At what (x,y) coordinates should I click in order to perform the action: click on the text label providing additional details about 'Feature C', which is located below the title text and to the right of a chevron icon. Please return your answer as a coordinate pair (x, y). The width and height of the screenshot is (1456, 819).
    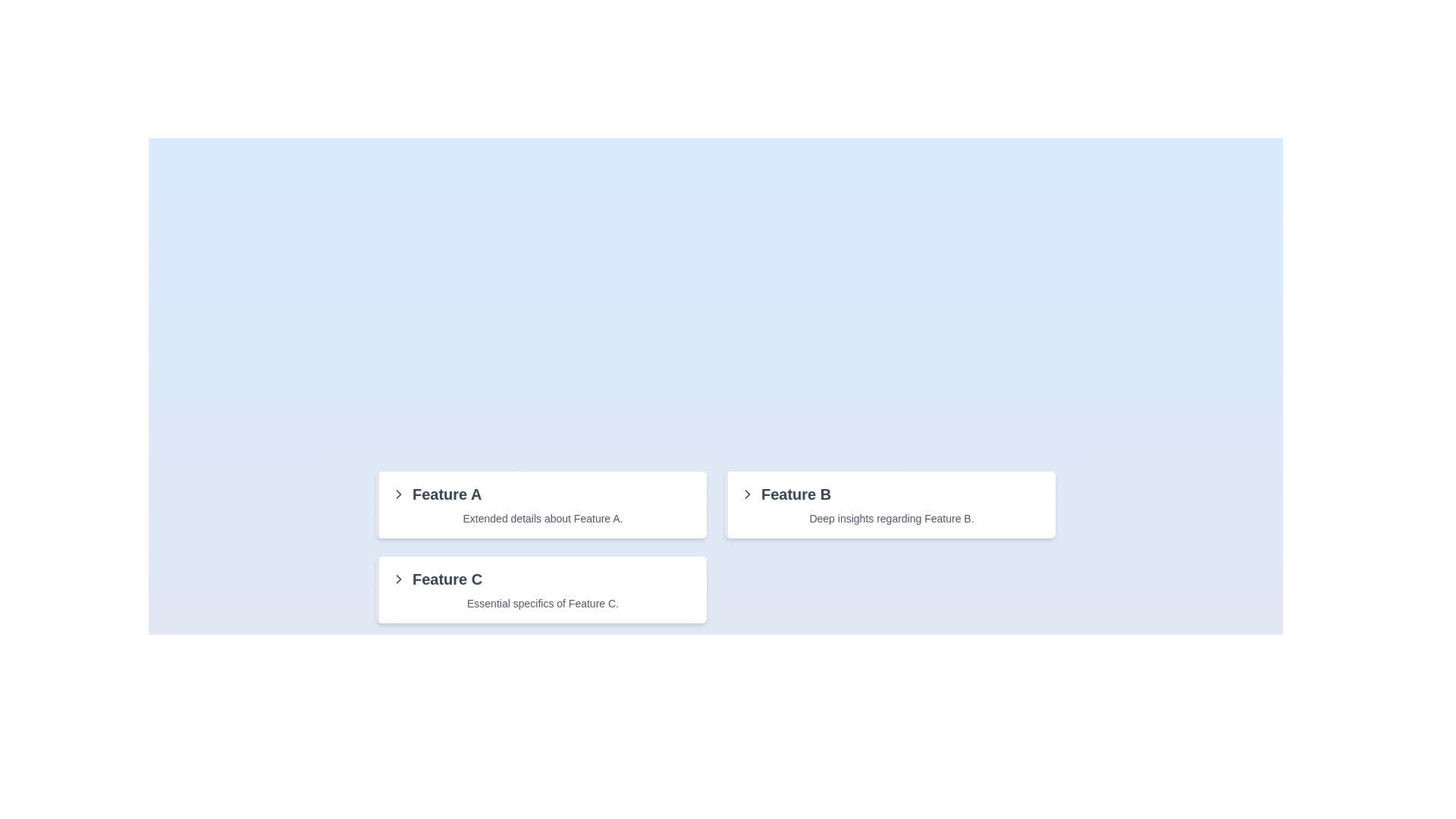
    Looking at the image, I should click on (542, 602).